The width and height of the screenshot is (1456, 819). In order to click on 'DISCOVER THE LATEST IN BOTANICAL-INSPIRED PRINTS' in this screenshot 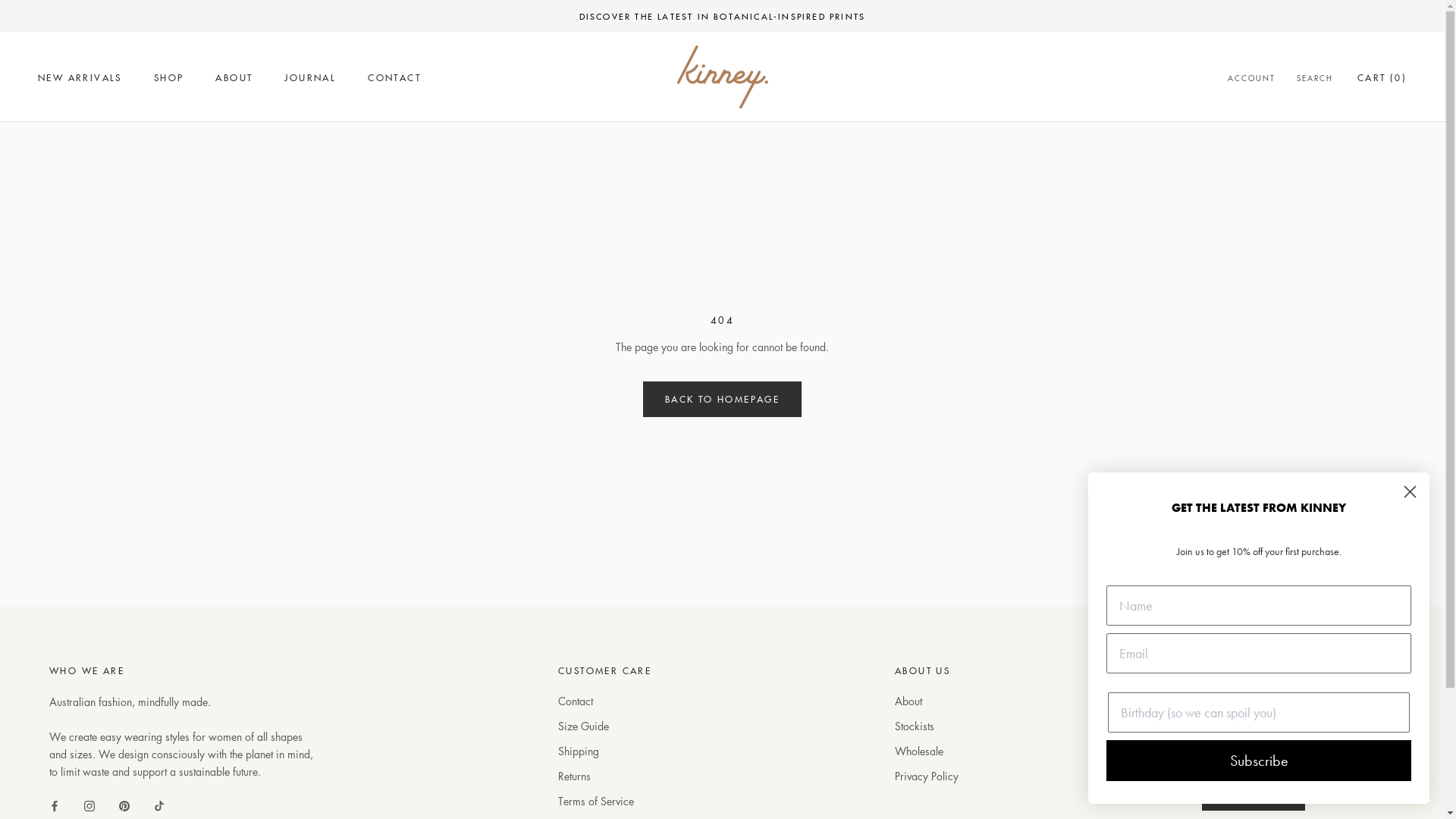, I will do `click(722, 15)`.